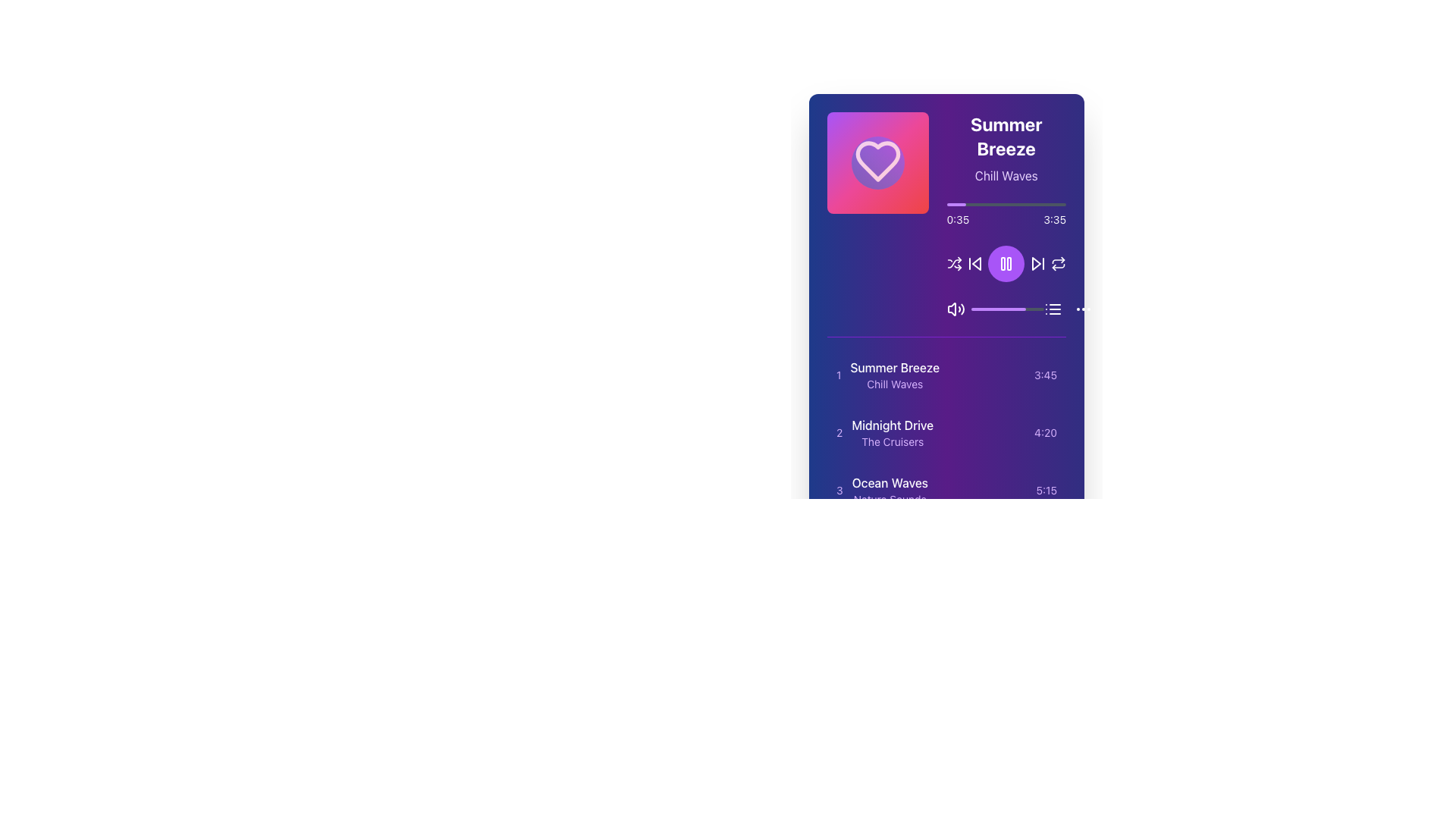 The width and height of the screenshot is (1456, 819). I want to click on the playback control area of the multimedia playback interface displaying the song title 'Summer Breeze', so click(1006, 215).